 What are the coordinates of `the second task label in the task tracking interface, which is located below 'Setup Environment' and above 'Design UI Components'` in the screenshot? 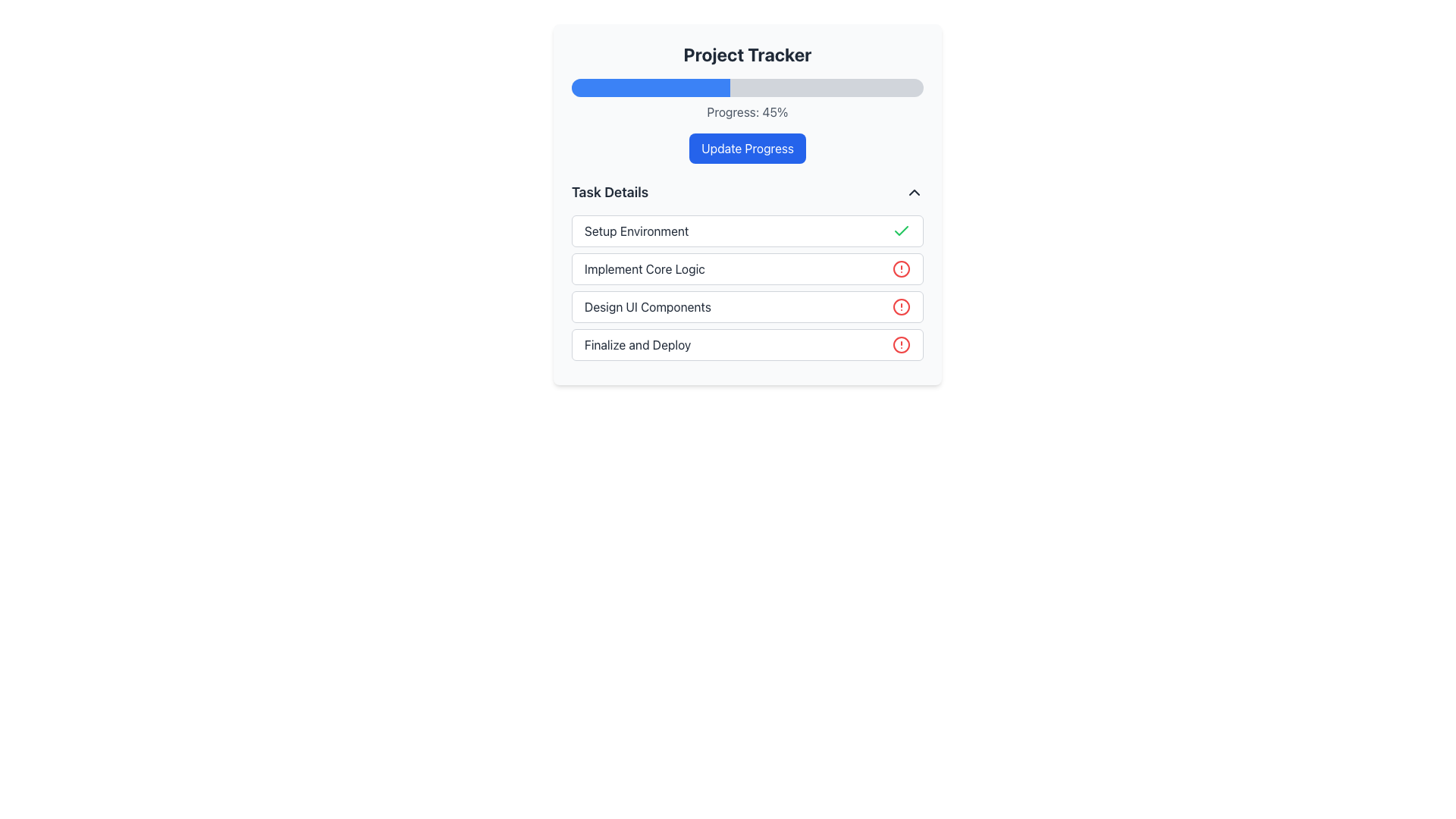 It's located at (645, 268).